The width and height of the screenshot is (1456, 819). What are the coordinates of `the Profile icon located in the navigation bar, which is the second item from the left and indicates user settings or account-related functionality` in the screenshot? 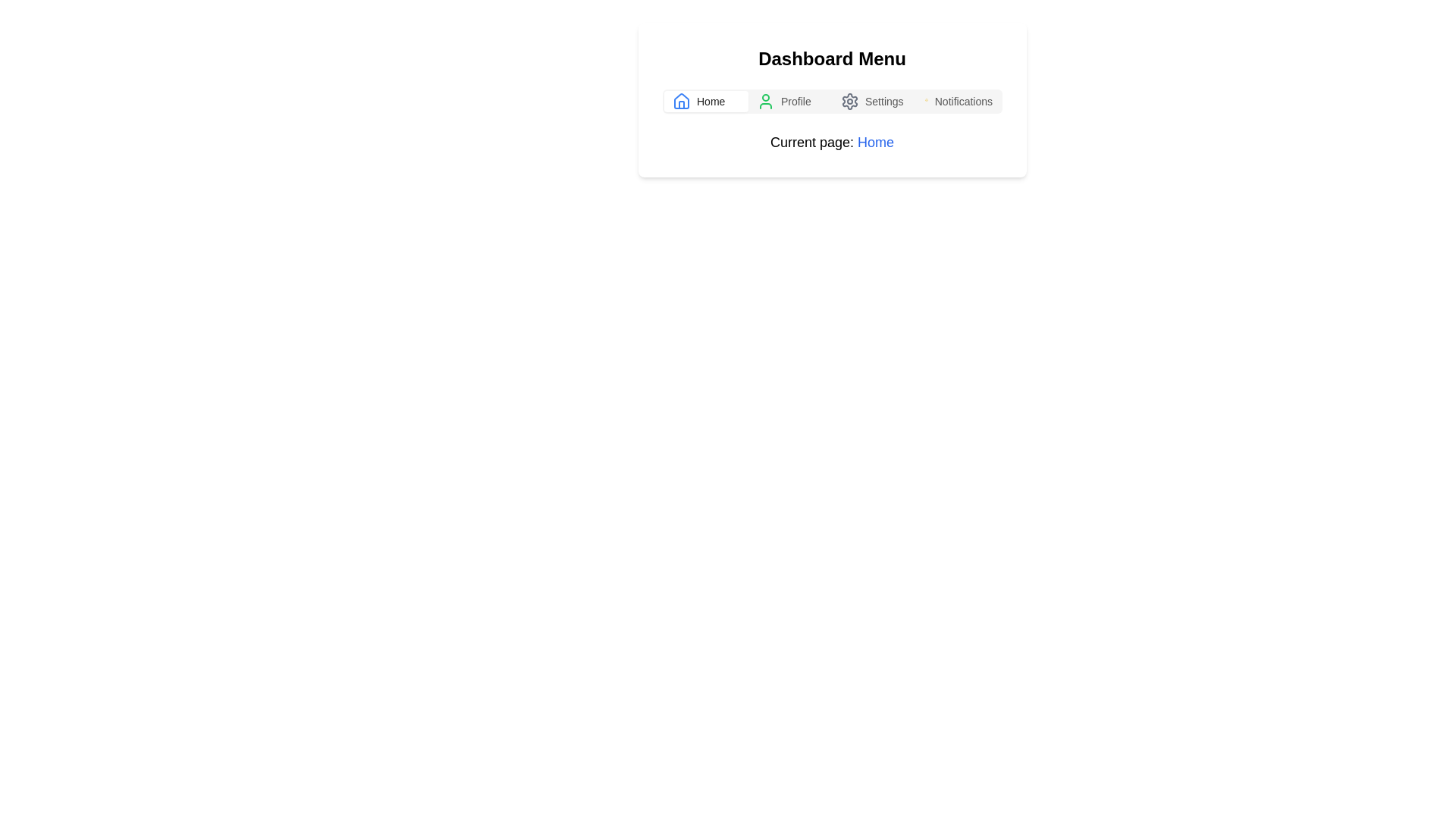 It's located at (765, 102).